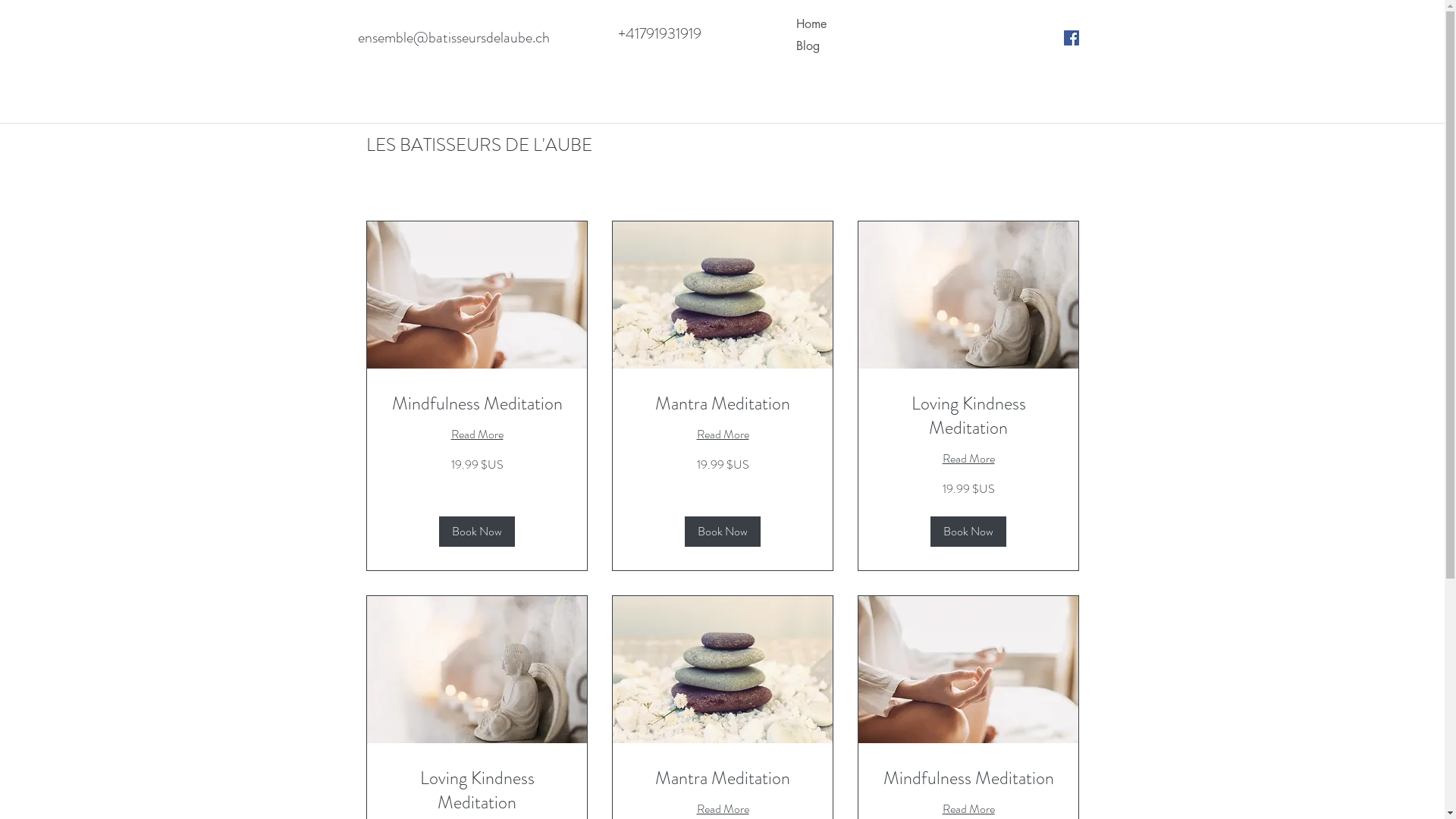 Image resolution: width=1456 pixels, height=819 pixels. I want to click on 'Book Now', so click(928, 531).